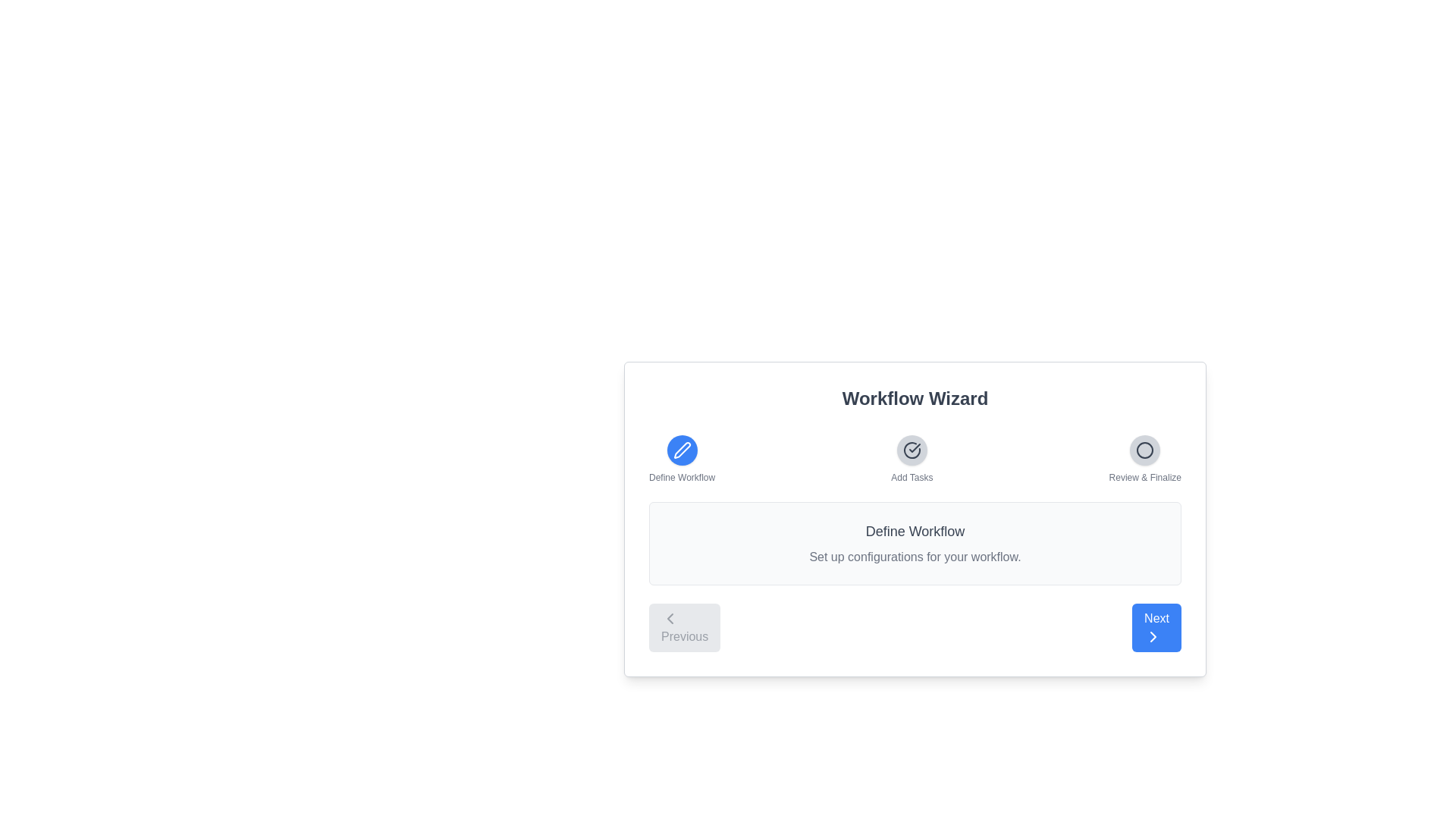  What do you see at coordinates (911, 450) in the screenshot?
I see `the second button in the workflow wizard interface, located above the 'Add Tasks' text` at bounding box center [911, 450].